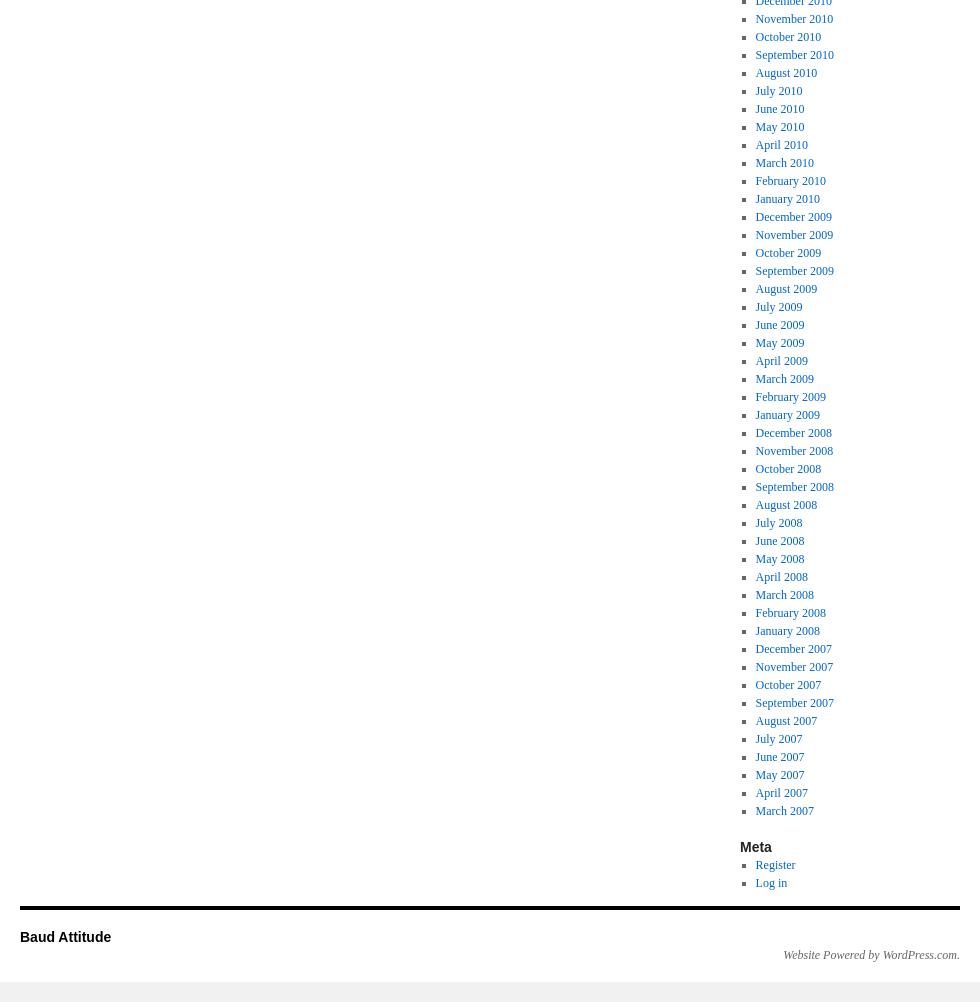  What do you see at coordinates (785, 287) in the screenshot?
I see `'August 2009'` at bounding box center [785, 287].